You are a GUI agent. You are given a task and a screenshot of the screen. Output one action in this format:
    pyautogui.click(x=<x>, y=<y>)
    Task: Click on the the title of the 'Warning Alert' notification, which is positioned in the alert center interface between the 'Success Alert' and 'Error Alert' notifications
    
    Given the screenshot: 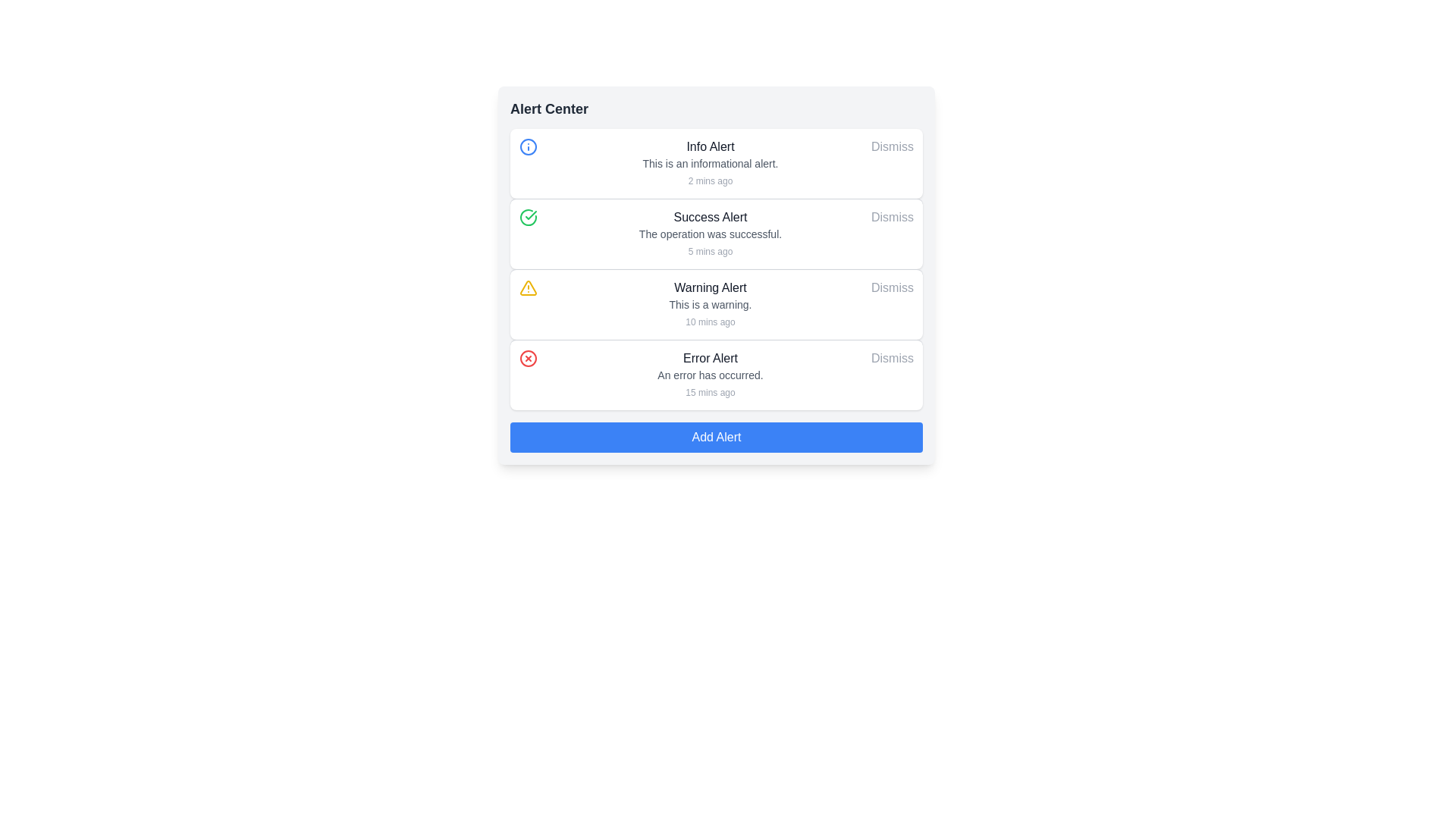 What is the action you would take?
    pyautogui.click(x=709, y=288)
    